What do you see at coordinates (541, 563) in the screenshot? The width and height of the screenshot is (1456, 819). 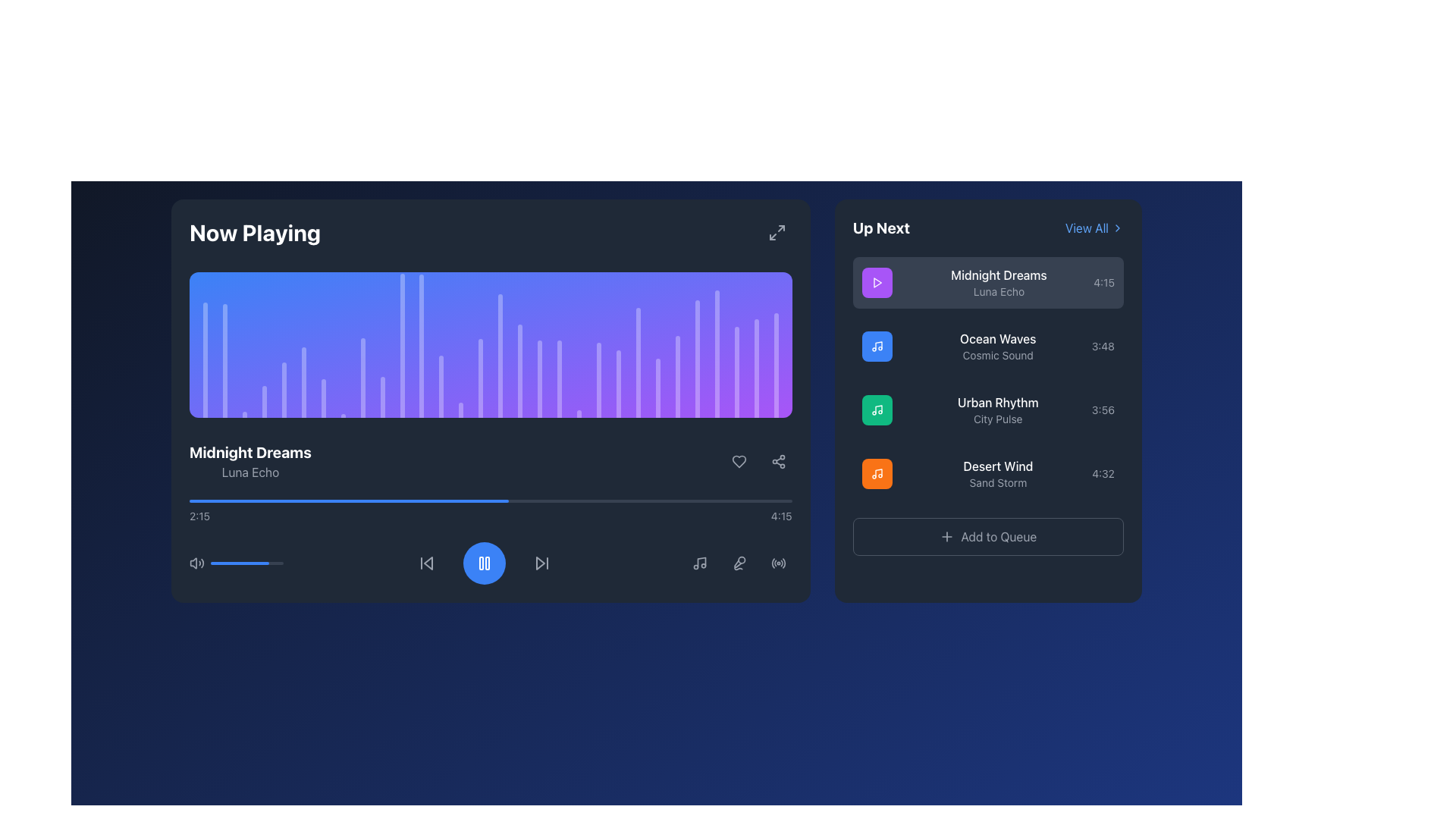 I see `the triangular shaped button with an arrowhead design located at the bottom central section of the interface near the playback controls` at bounding box center [541, 563].